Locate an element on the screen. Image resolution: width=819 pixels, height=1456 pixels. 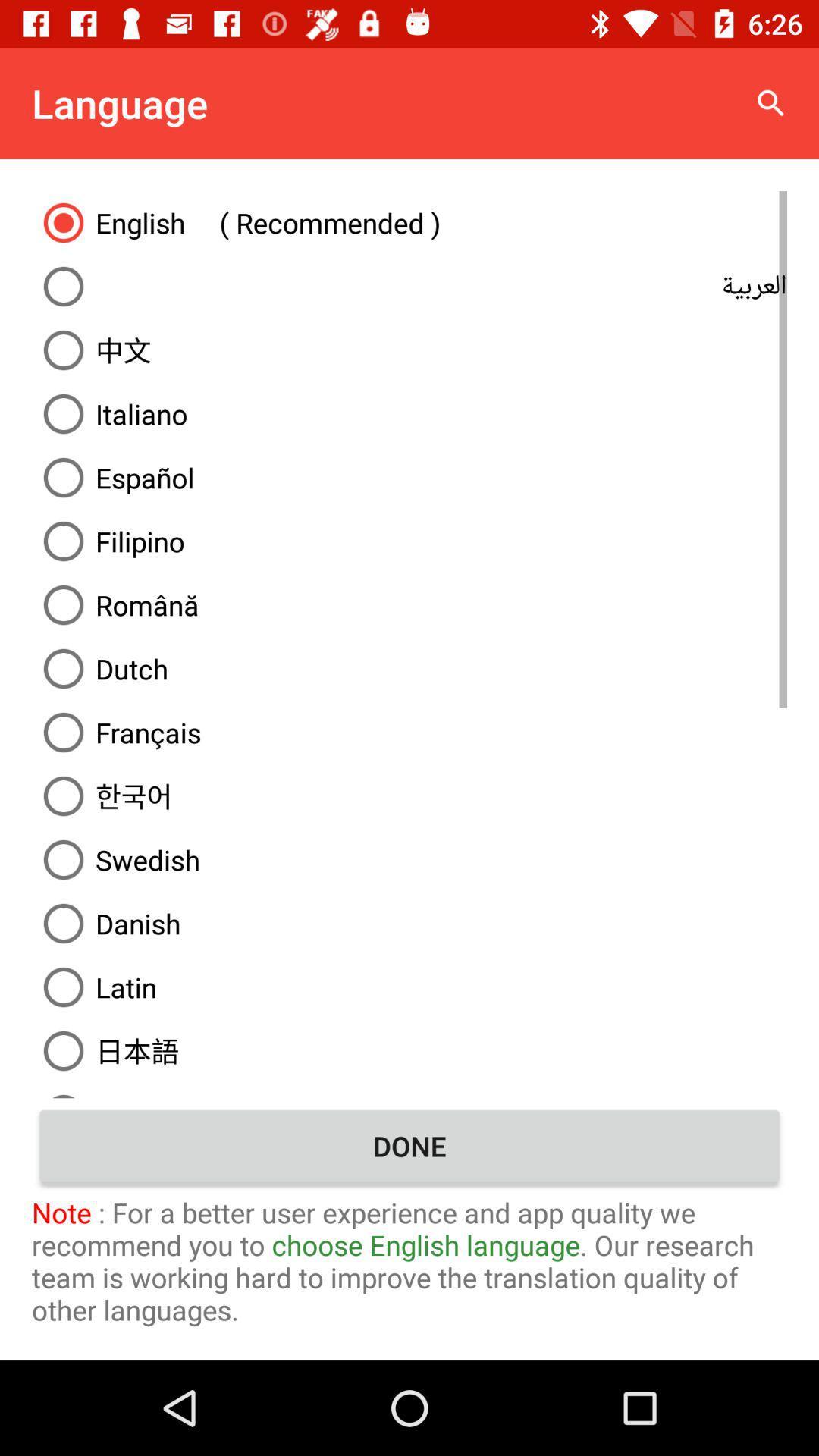
danish item is located at coordinates (409, 923).